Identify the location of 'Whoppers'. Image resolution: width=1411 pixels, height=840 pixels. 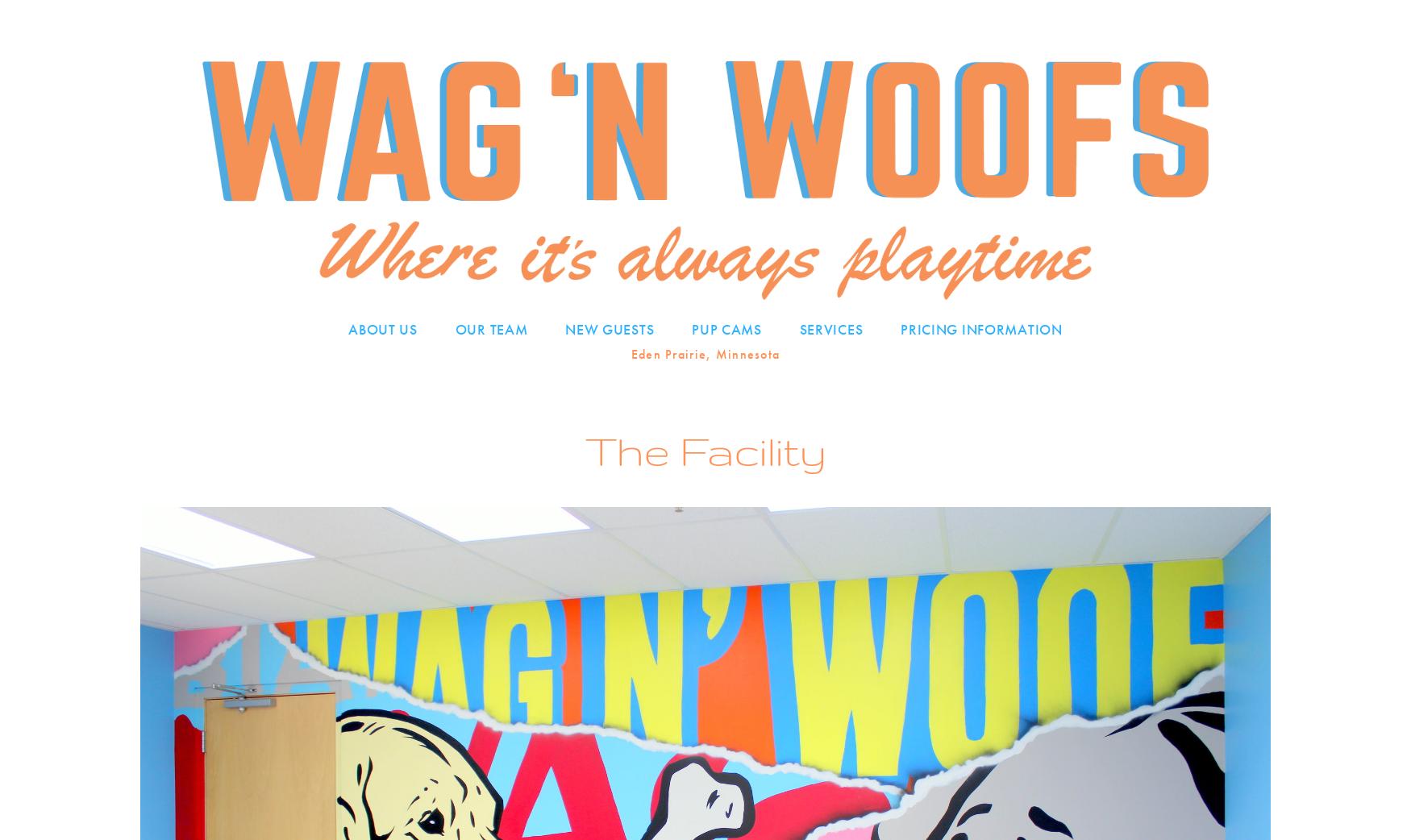
(728, 492).